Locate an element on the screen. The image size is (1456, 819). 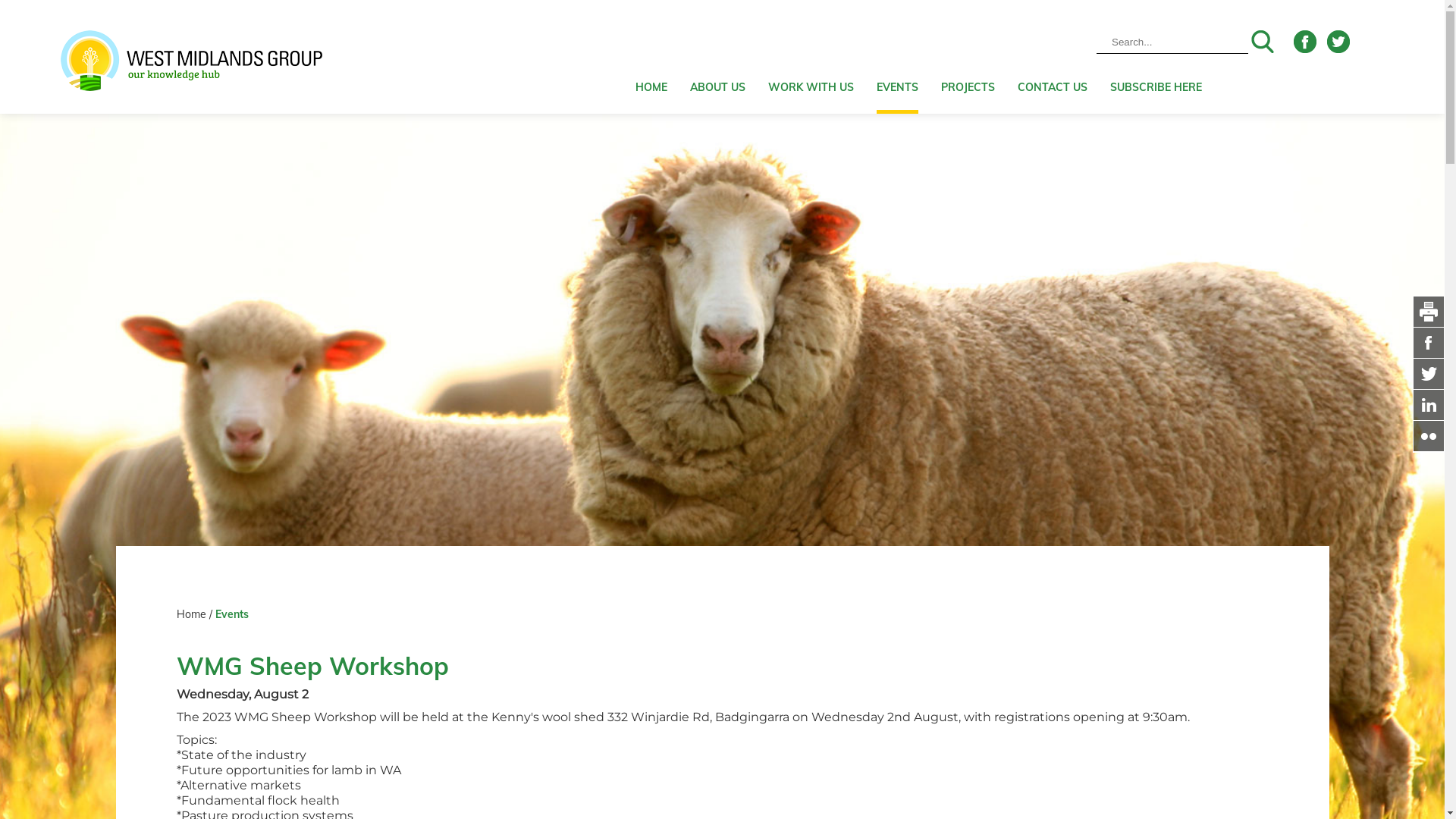
'Skip to main content' is located at coordinates (0, 0).